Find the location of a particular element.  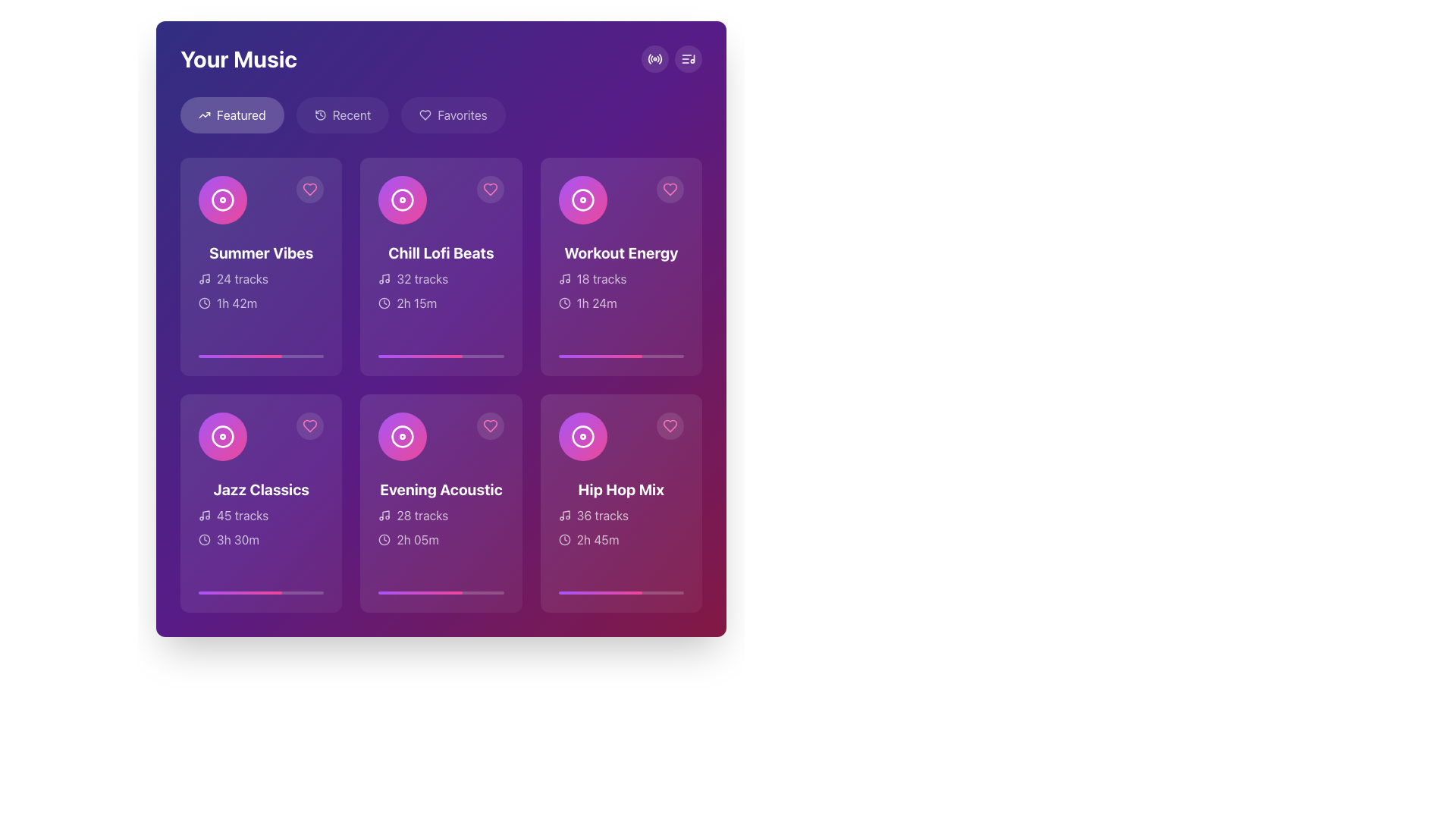

the track count for the 'Jazz Classics' playlist is located at coordinates (261, 514).